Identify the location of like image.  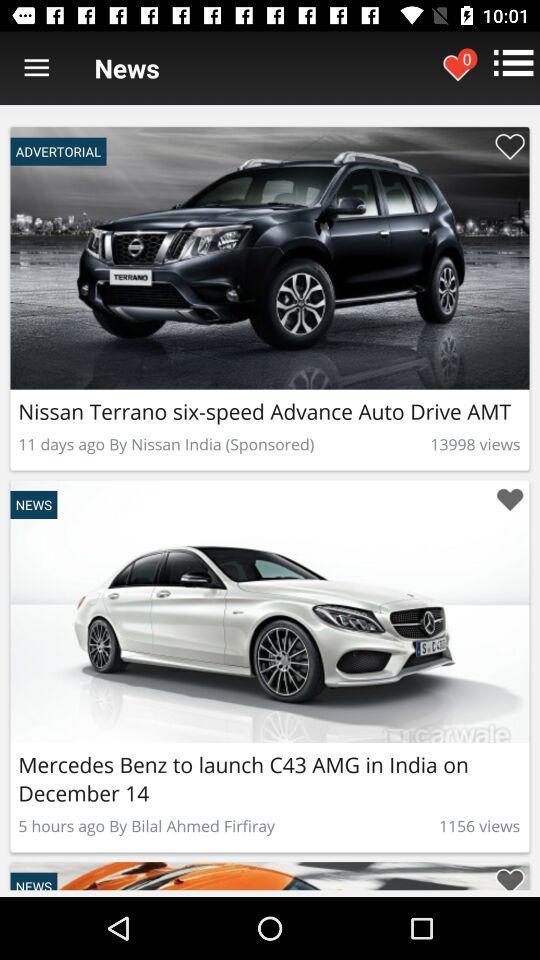
(509, 499).